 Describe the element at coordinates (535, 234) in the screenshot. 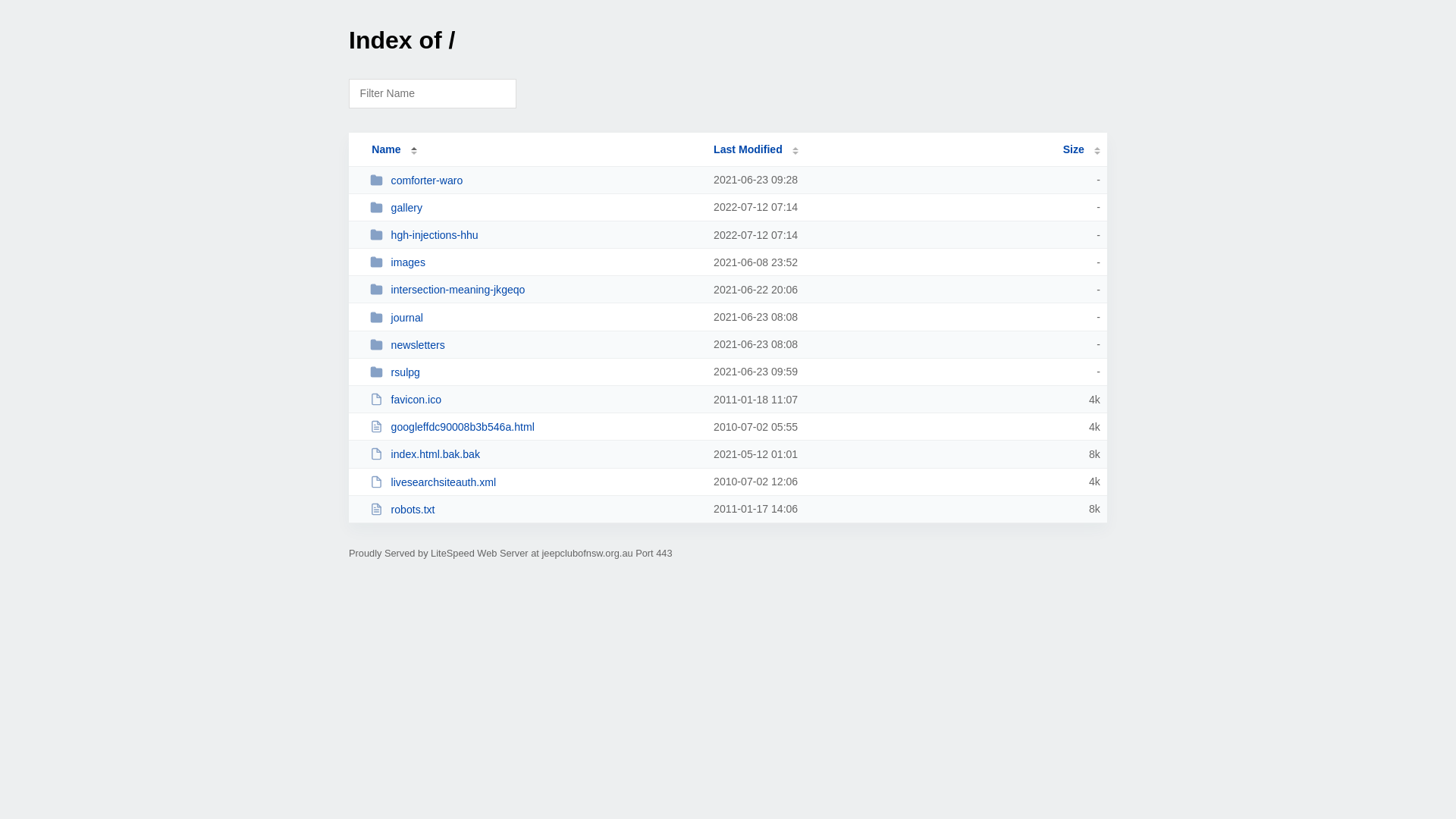

I see `'hgh-injections-hhu'` at that location.